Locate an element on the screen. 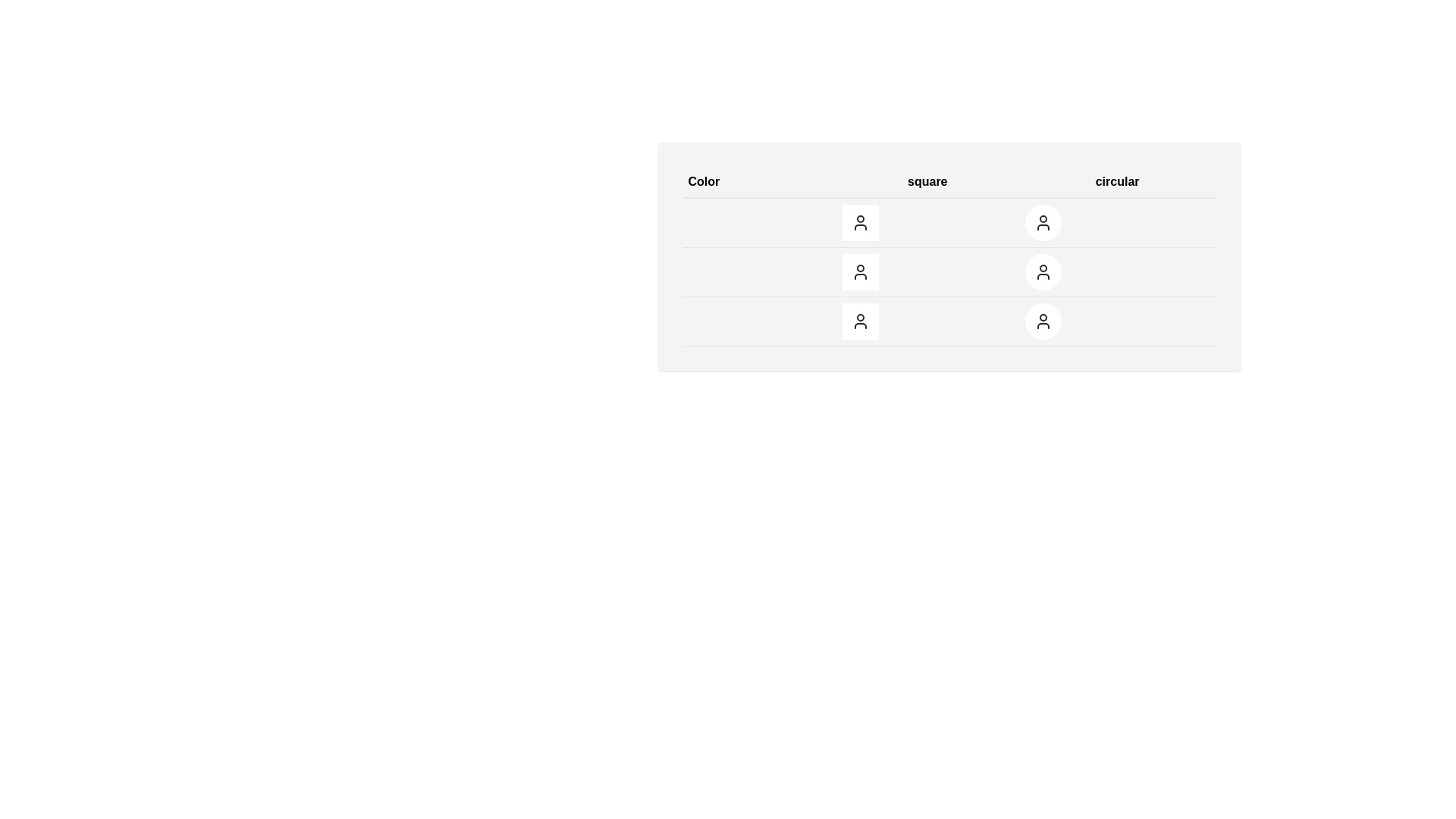 Image resolution: width=1456 pixels, height=819 pixels. the table element that contains headers 'Color', 'square', and 'circular' to interact with it is located at coordinates (948, 256).